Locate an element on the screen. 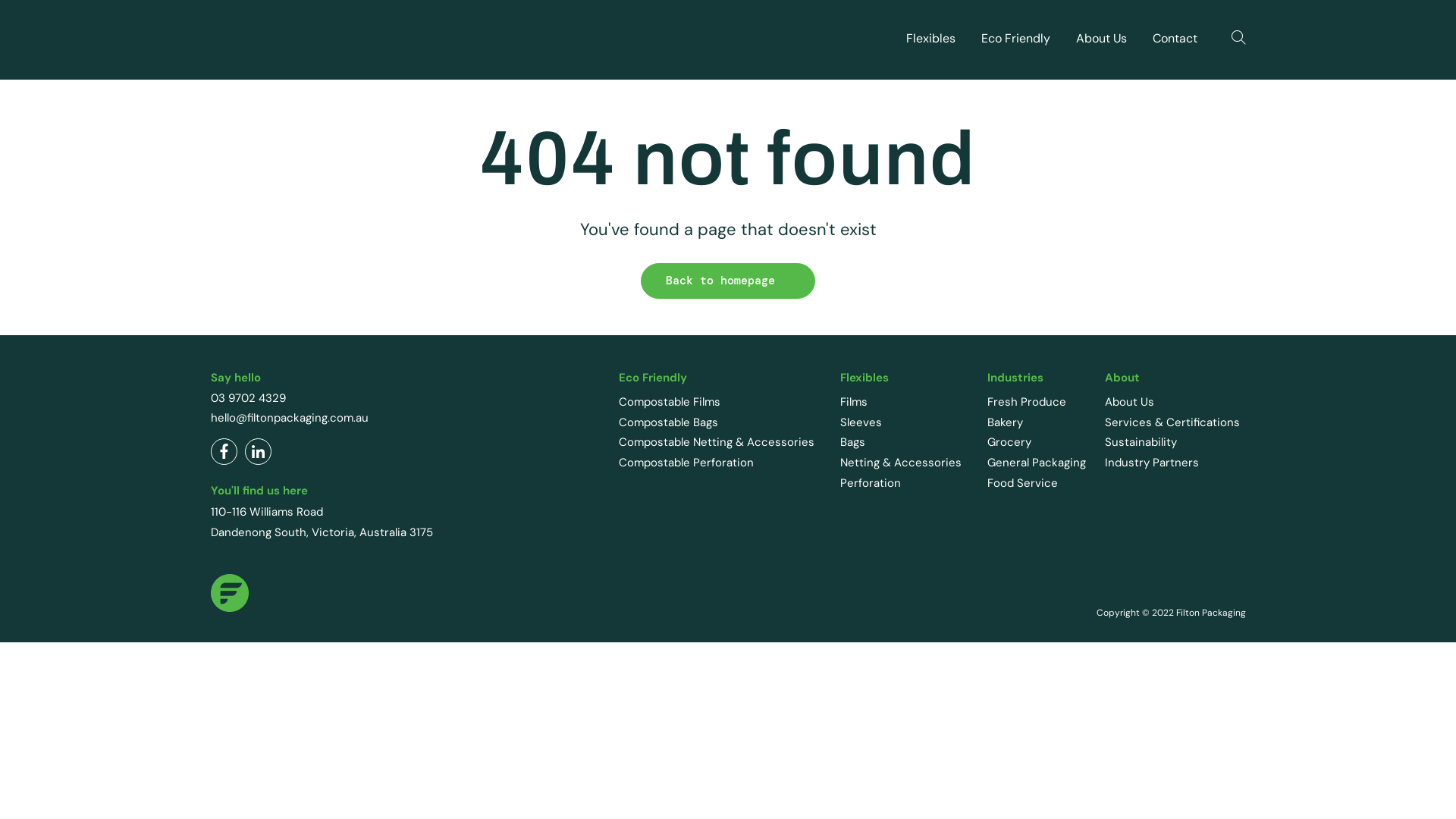 The height and width of the screenshot is (819, 1456). 'Netting & Accessories' is located at coordinates (900, 461).